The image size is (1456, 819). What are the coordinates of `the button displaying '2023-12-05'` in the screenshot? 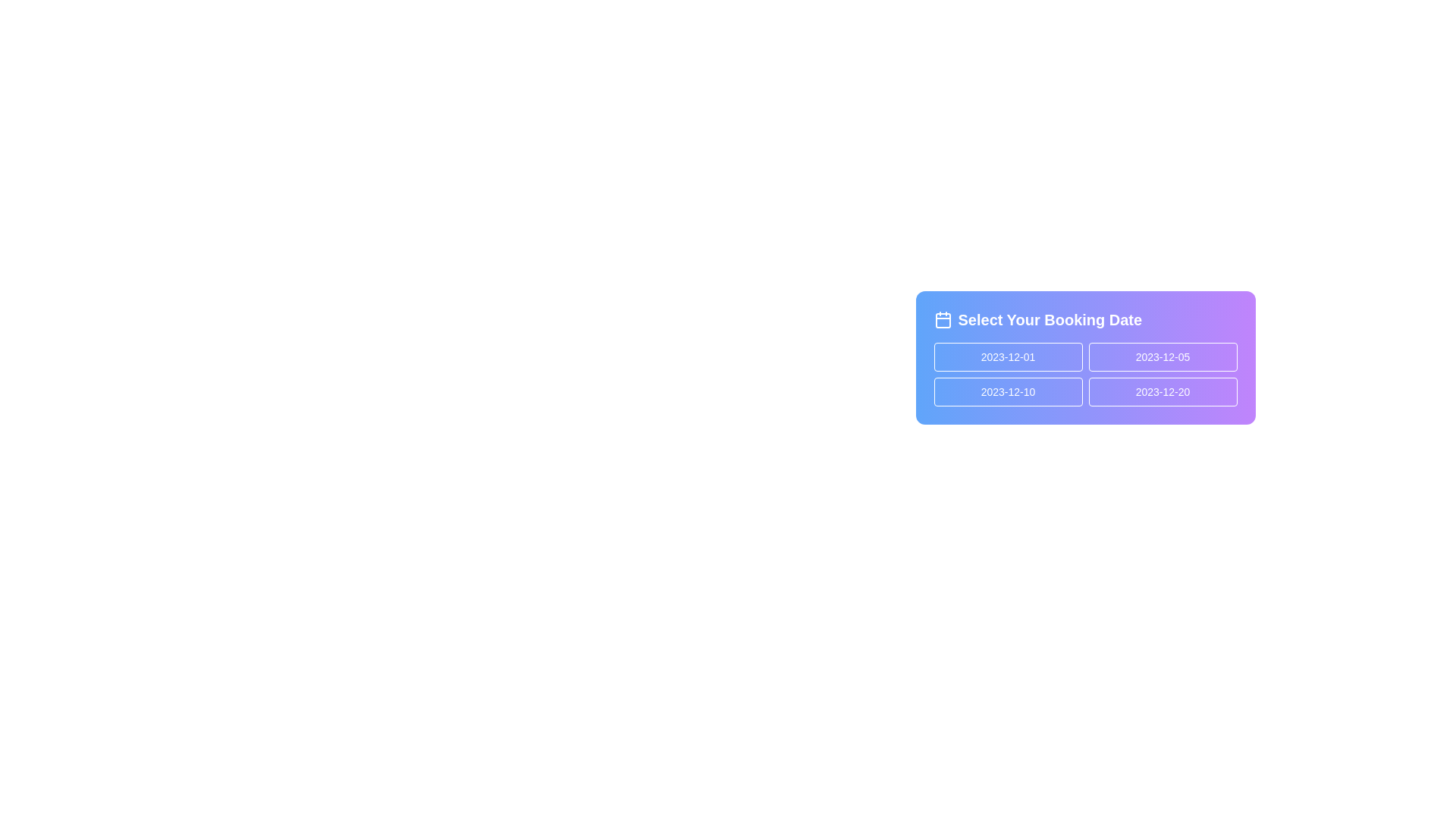 It's located at (1162, 356).